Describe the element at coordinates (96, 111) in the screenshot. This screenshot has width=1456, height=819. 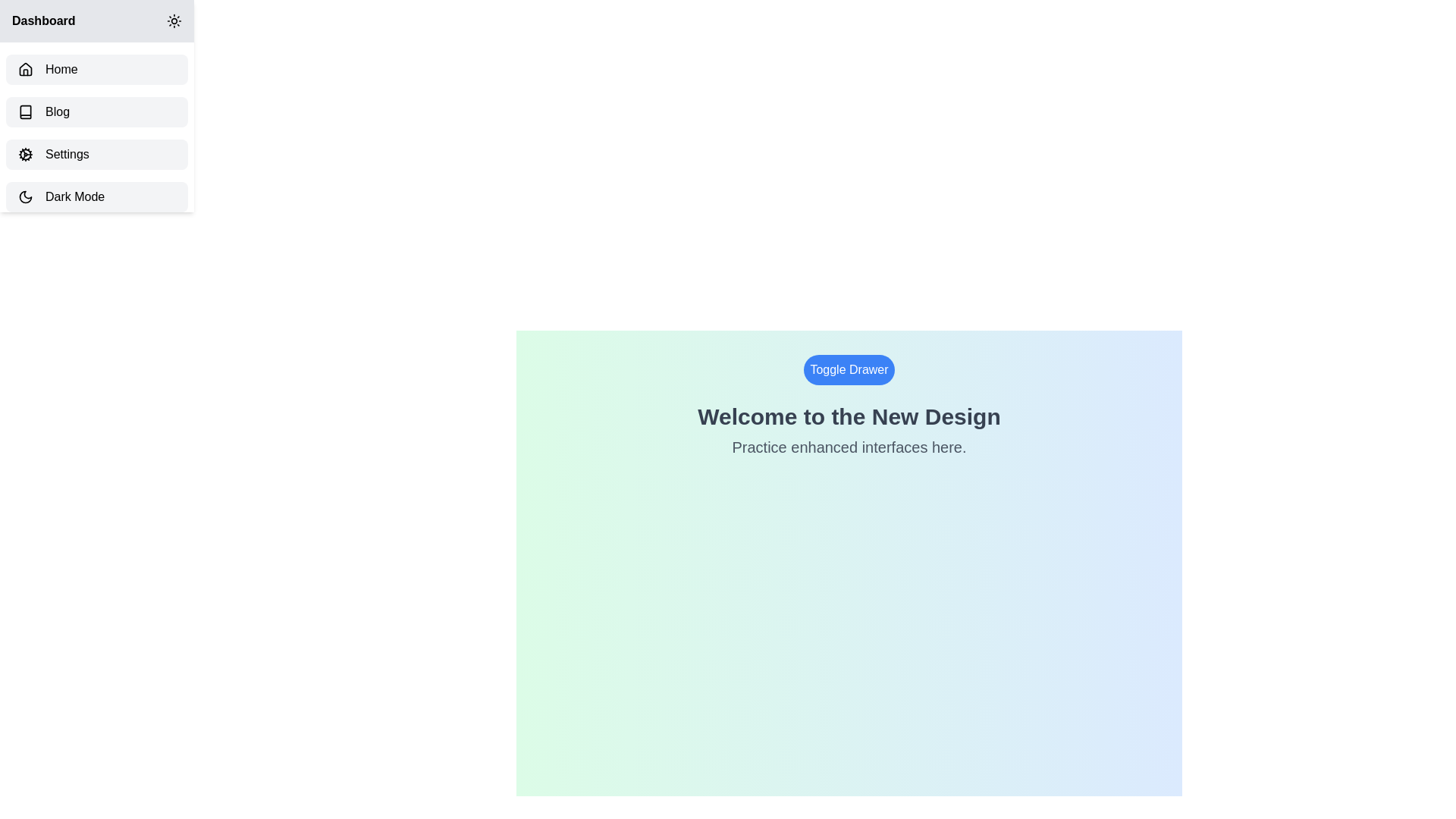
I see `the sidebar item labeled Blog` at that location.